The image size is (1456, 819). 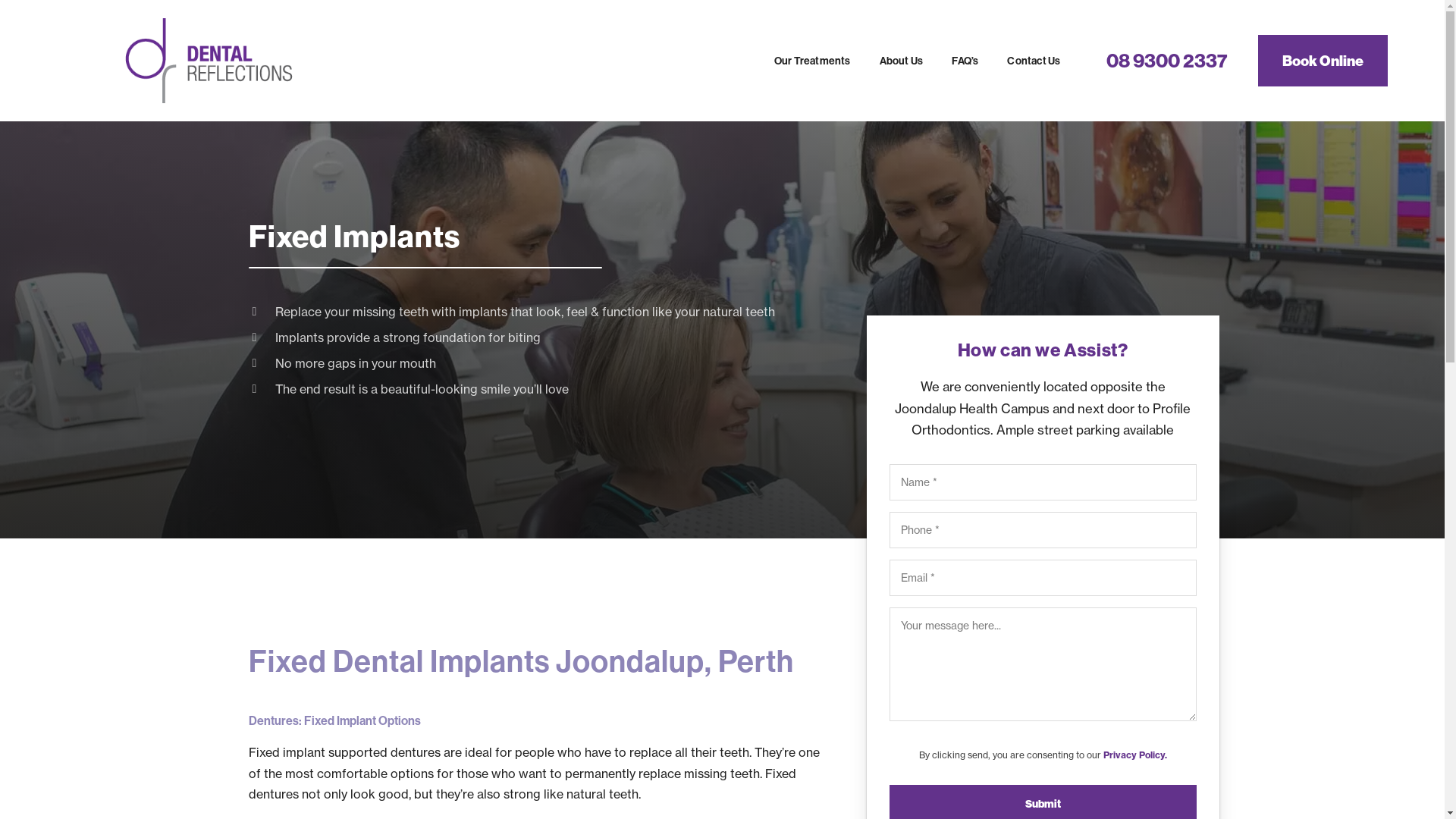 What do you see at coordinates (1033, 60) in the screenshot?
I see `'Contact Us'` at bounding box center [1033, 60].